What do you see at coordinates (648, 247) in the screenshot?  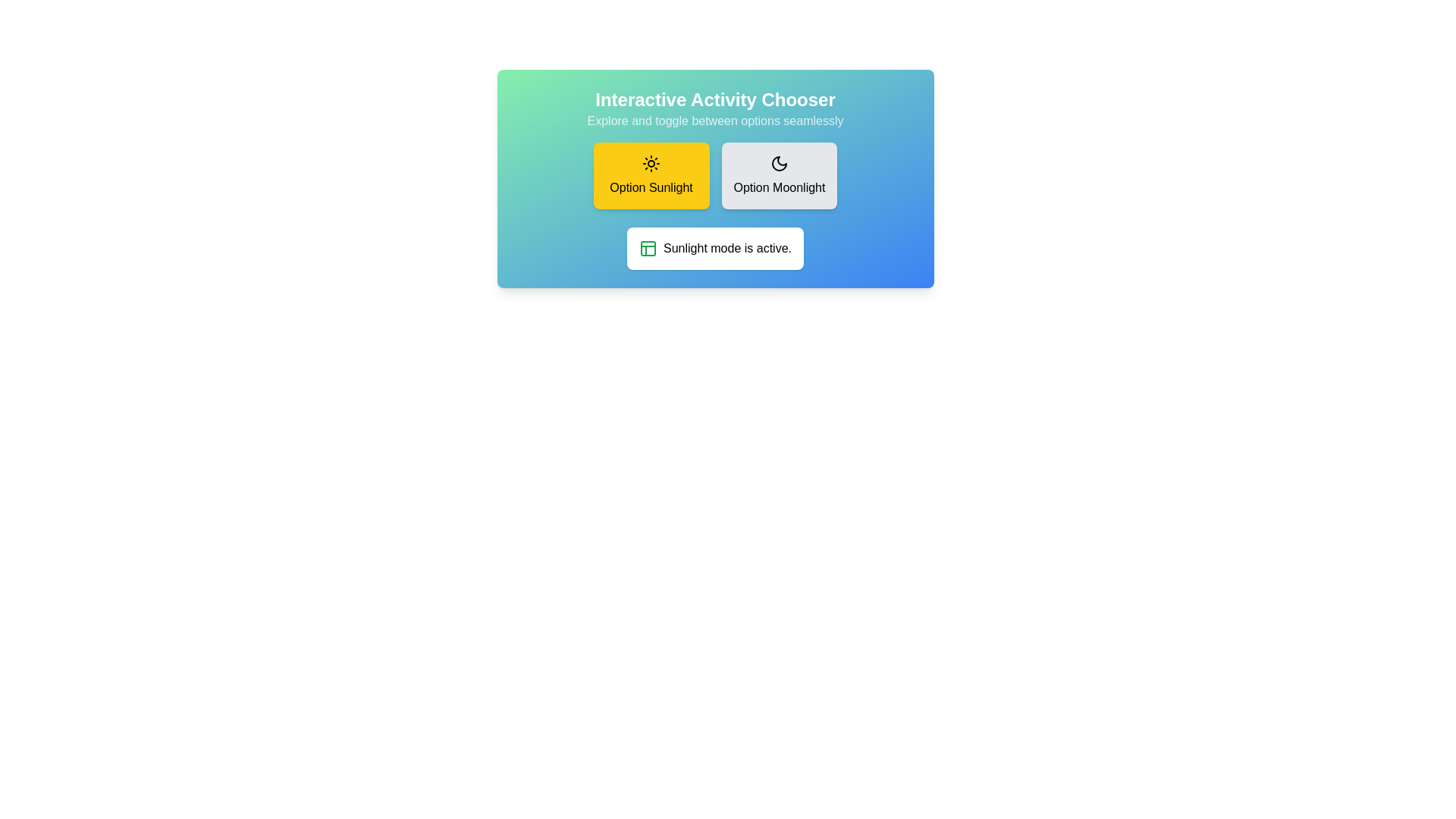 I see `the top-left rounded rectangle in the SVG graphic with a greenish stroke color, indicating that 'Sunlight mode is active'` at bounding box center [648, 247].